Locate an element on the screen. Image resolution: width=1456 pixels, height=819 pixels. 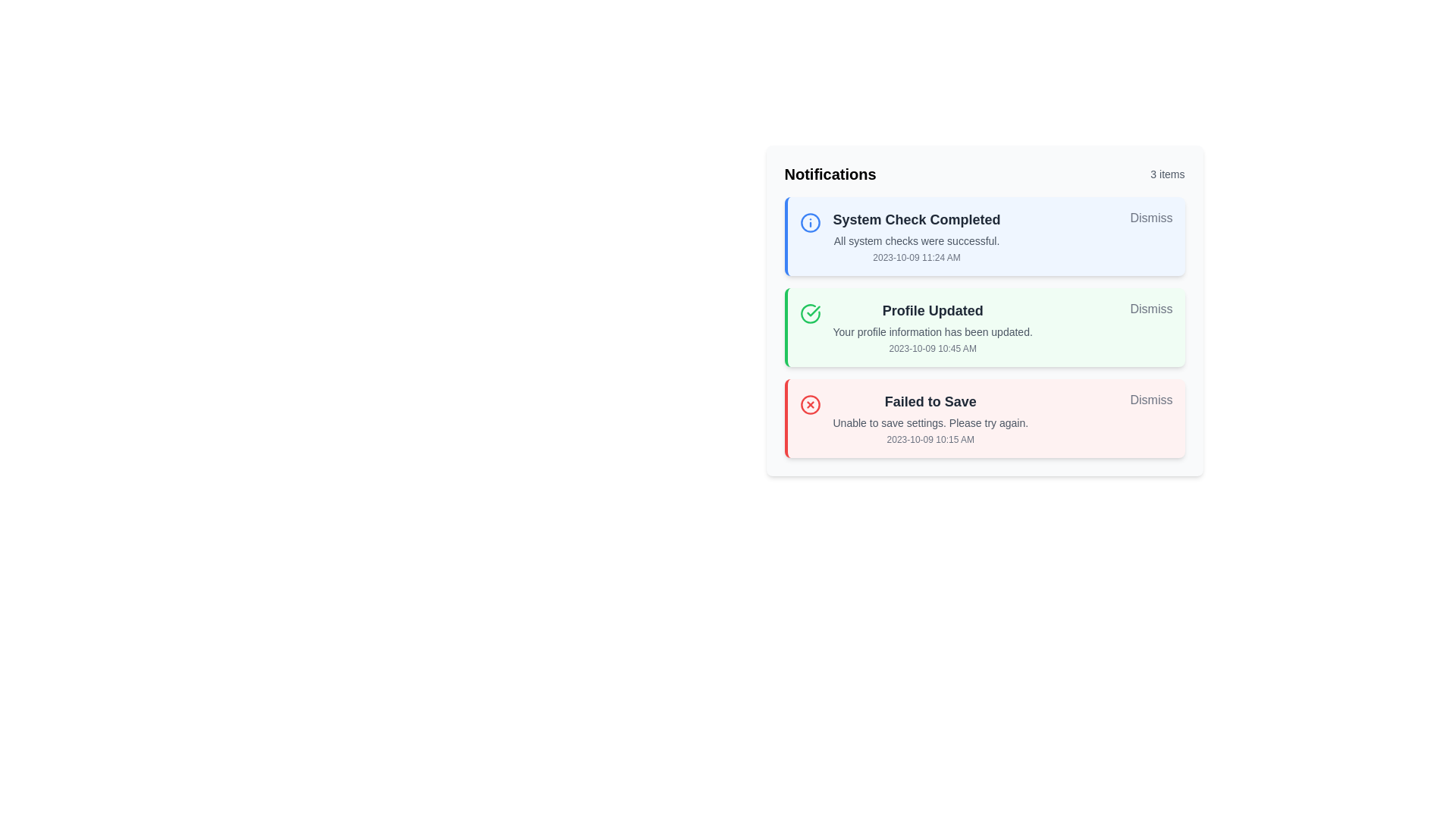
the main heading Text Label indicating a successful profile update is located at coordinates (932, 309).